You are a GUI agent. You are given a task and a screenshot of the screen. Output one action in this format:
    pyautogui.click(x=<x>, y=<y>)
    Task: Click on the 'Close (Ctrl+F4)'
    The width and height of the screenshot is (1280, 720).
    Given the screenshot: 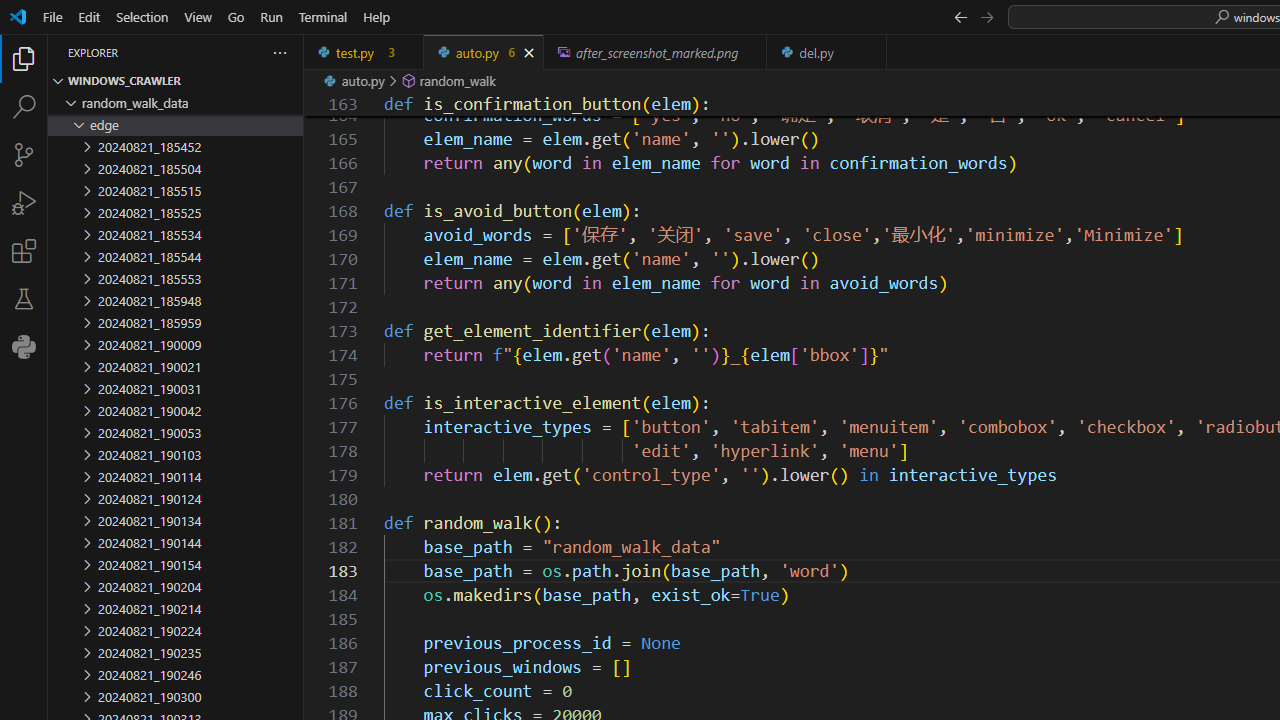 What is the action you would take?
    pyautogui.click(x=872, y=51)
    